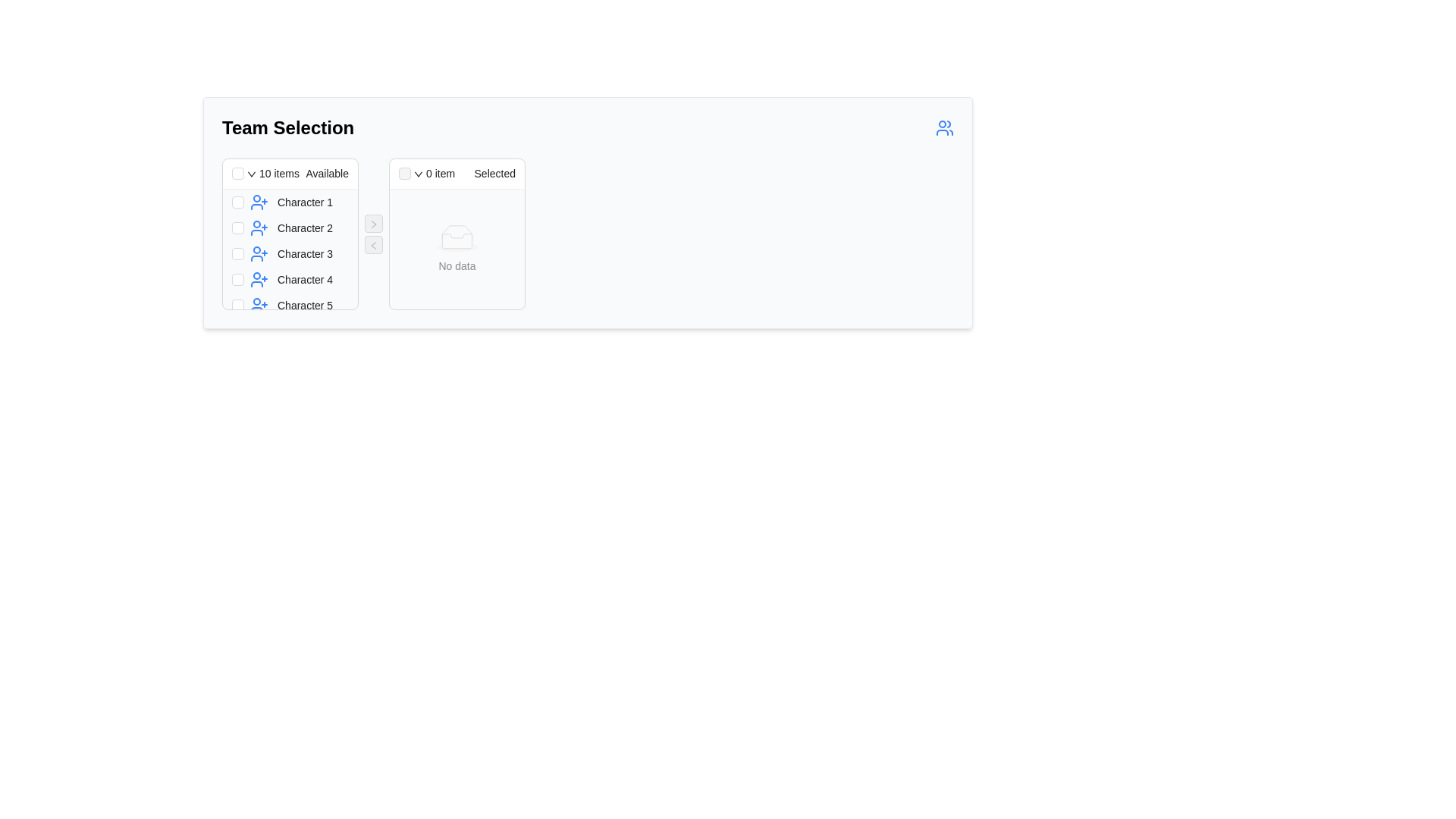  What do you see at coordinates (259, 280) in the screenshot?
I see `the details of the icon representing the action of adding or inviting 'Character 4', which is located to the immediate left of the text 'Character 4'` at bounding box center [259, 280].